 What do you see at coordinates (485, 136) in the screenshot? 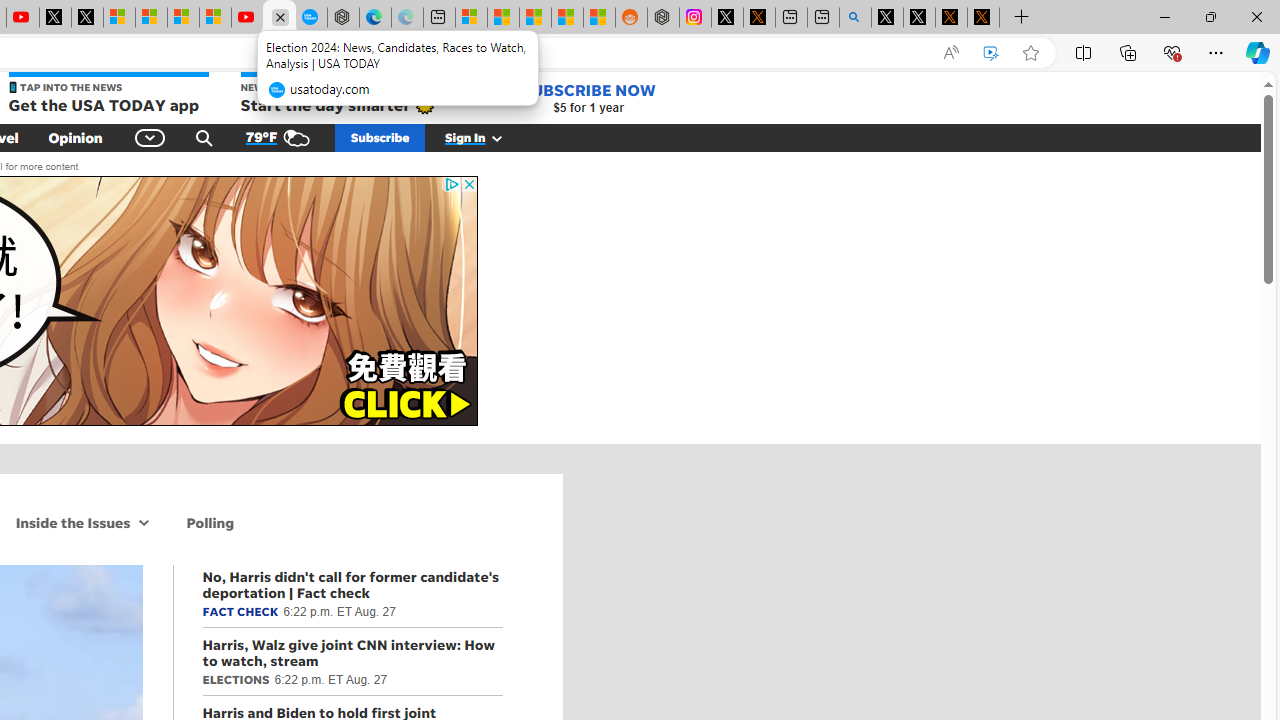
I see `'Sign In'` at bounding box center [485, 136].